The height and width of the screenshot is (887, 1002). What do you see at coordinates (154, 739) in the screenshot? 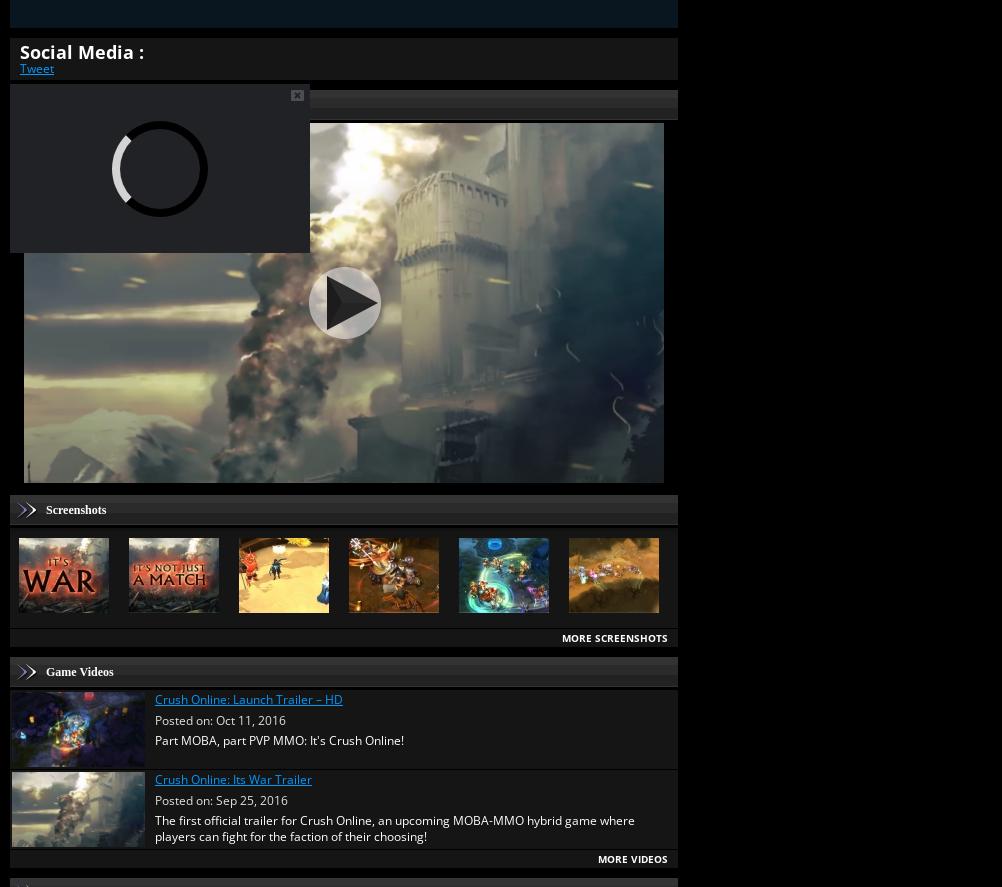
I see `'Part MOBA, part PVP MMO: It's Crush Online!'` at bounding box center [154, 739].